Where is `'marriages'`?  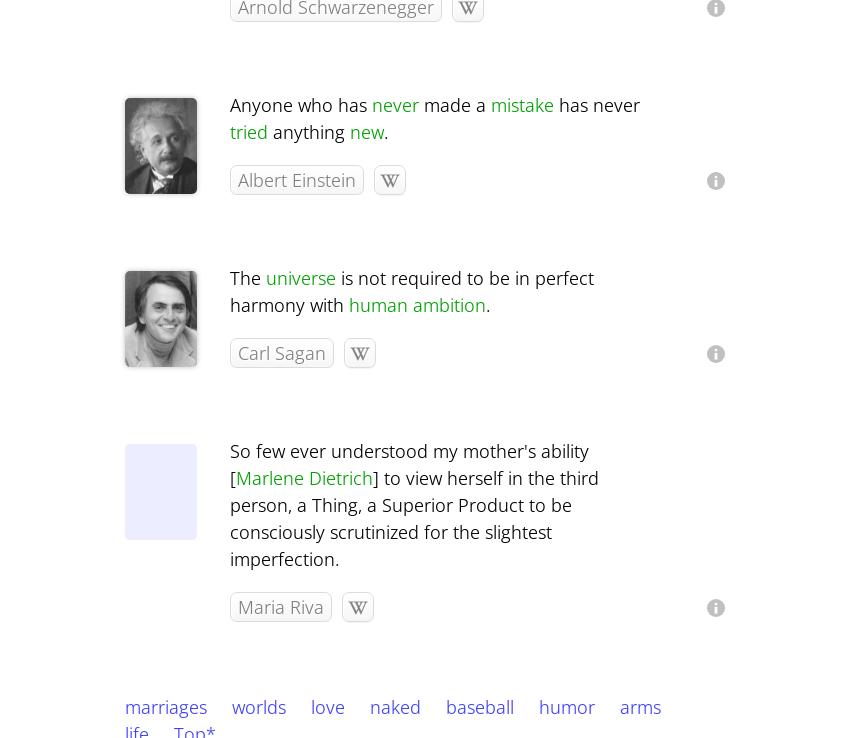
'marriages' is located at coordinates (166, 707).